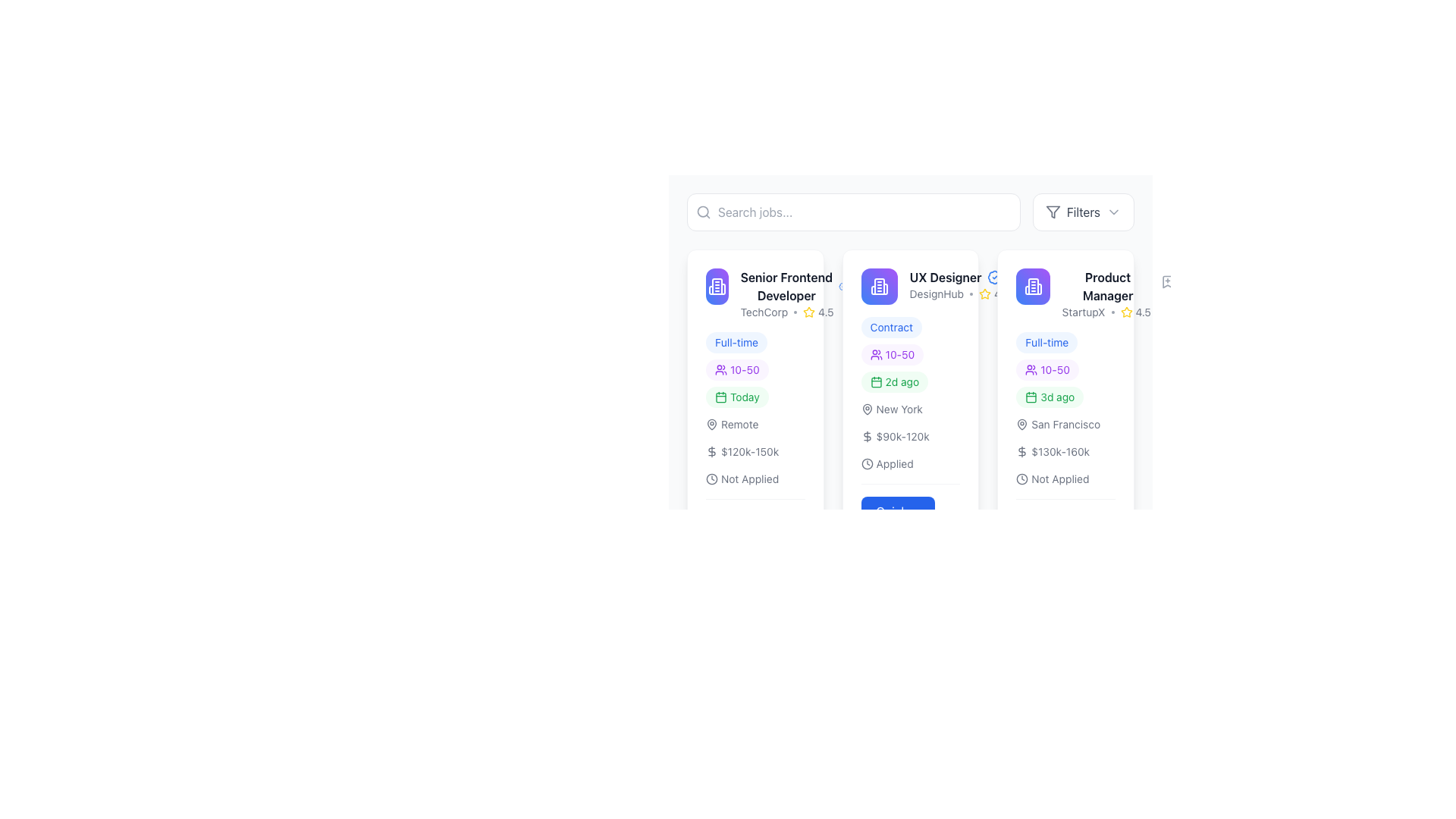  I want to click on the visual style of the outermost circular component of the badge icon located in the top-right area of the second job card, so click(843, 287).